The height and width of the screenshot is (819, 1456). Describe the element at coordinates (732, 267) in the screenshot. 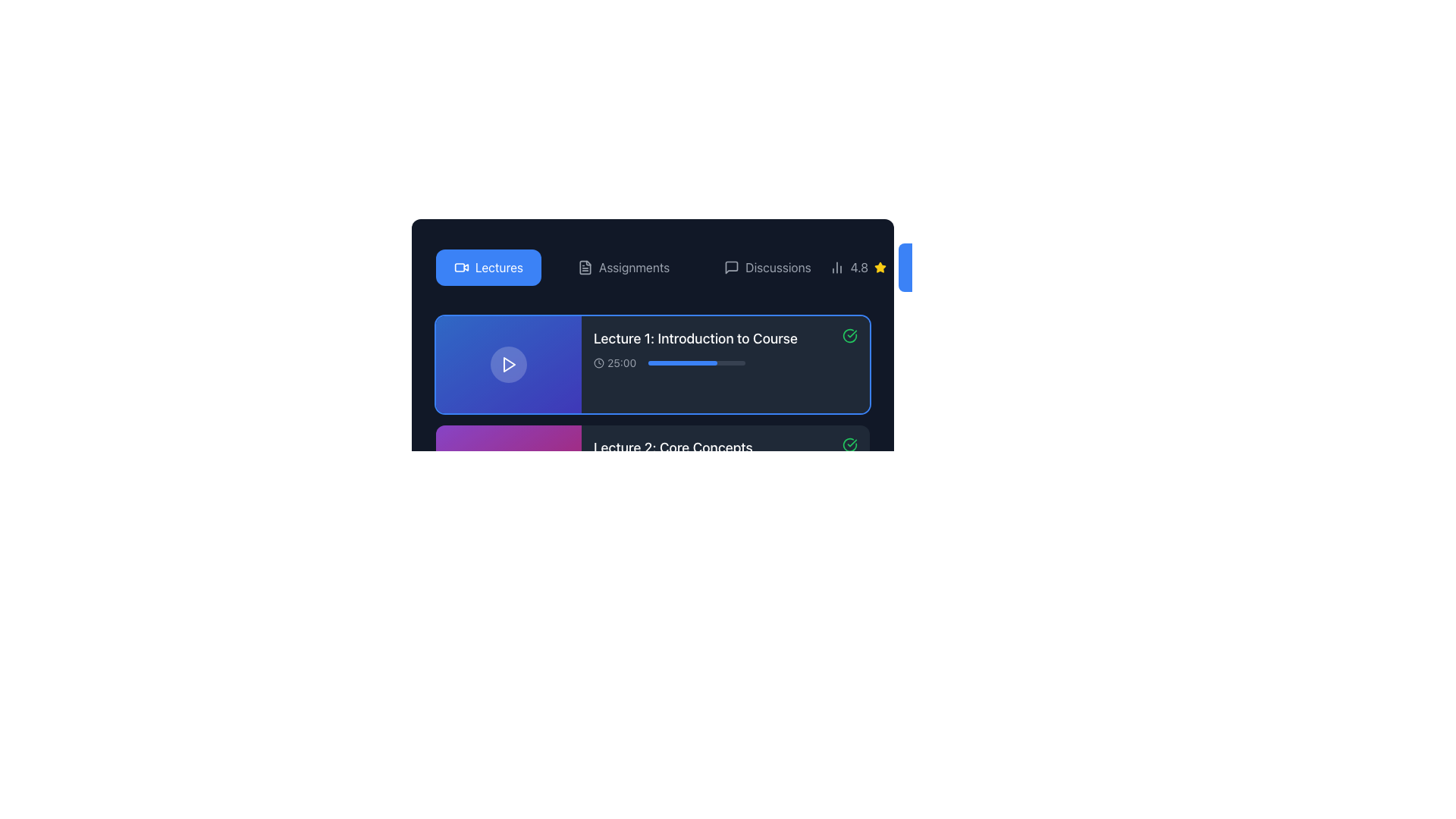

I see `the speech bubble icon representing the 'Discussion' or 'Comments' feature, which is located to the left of the 'Discussions' text label in the horizontal menu` at that location.